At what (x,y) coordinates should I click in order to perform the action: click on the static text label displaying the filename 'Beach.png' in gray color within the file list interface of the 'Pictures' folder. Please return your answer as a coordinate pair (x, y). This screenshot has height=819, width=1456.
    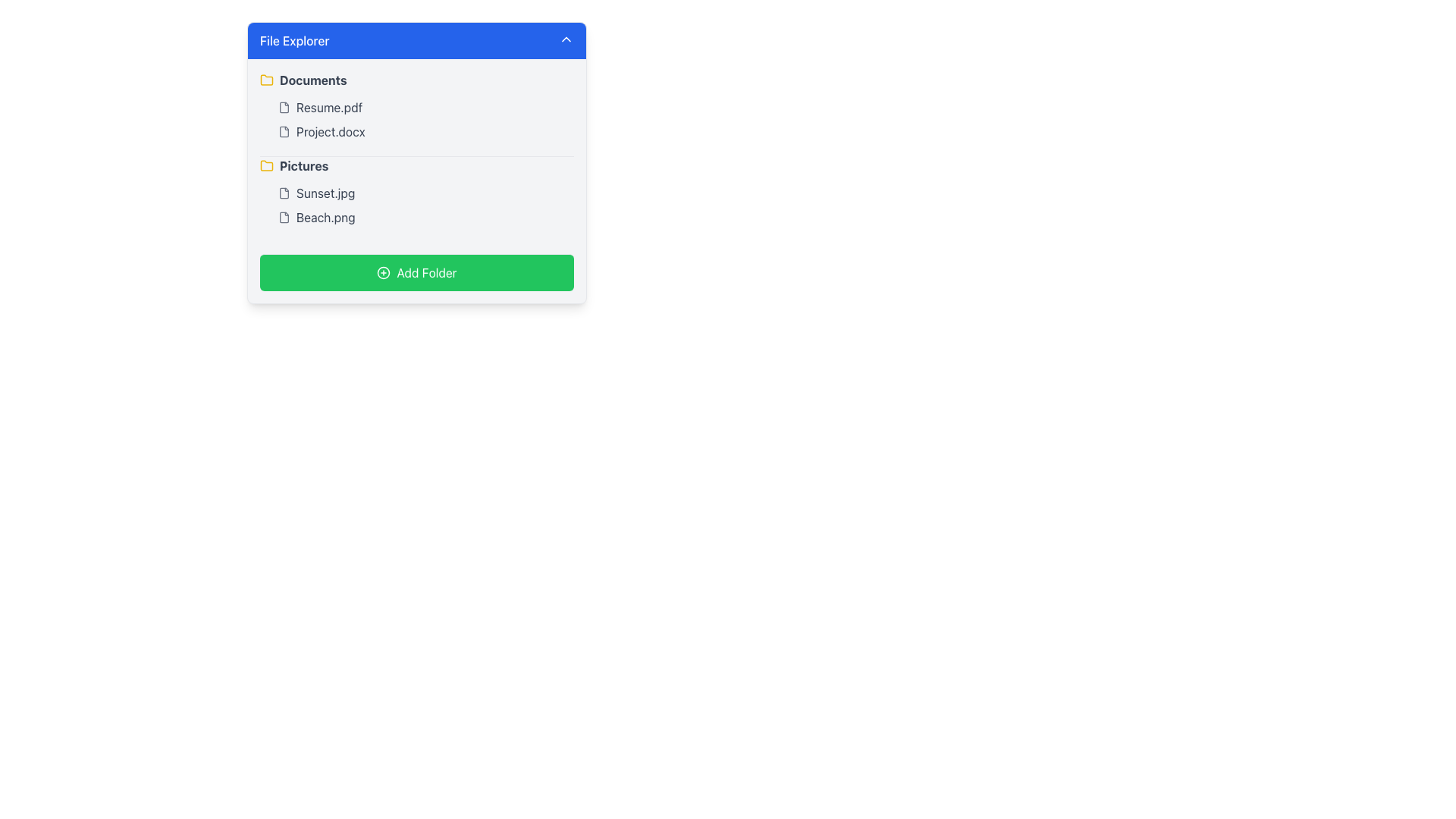
    Looking at the image, I should click on (325, 217).